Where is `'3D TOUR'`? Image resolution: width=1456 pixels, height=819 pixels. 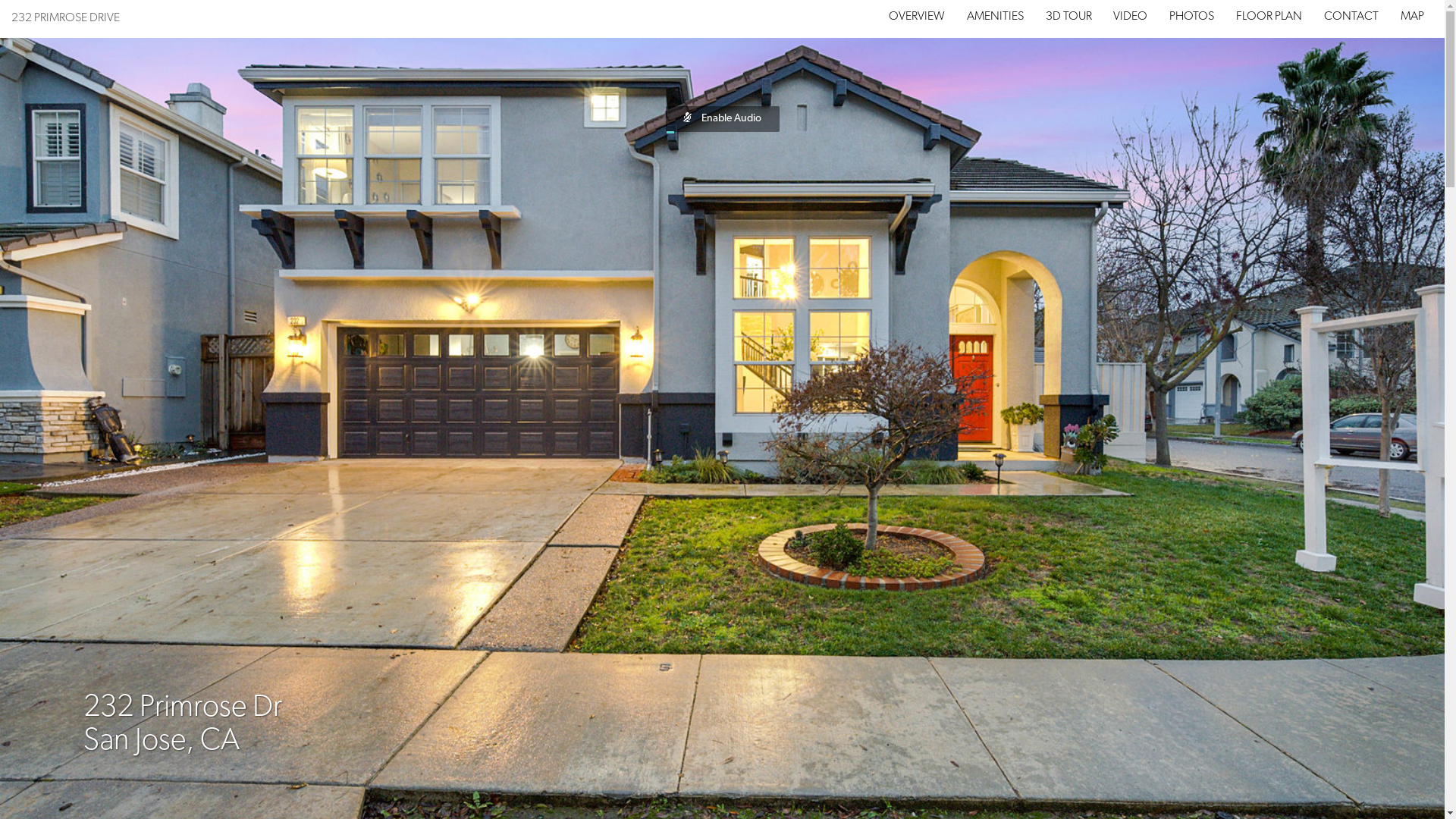
'3D TOUR' is located at coordinates (1068, 17).